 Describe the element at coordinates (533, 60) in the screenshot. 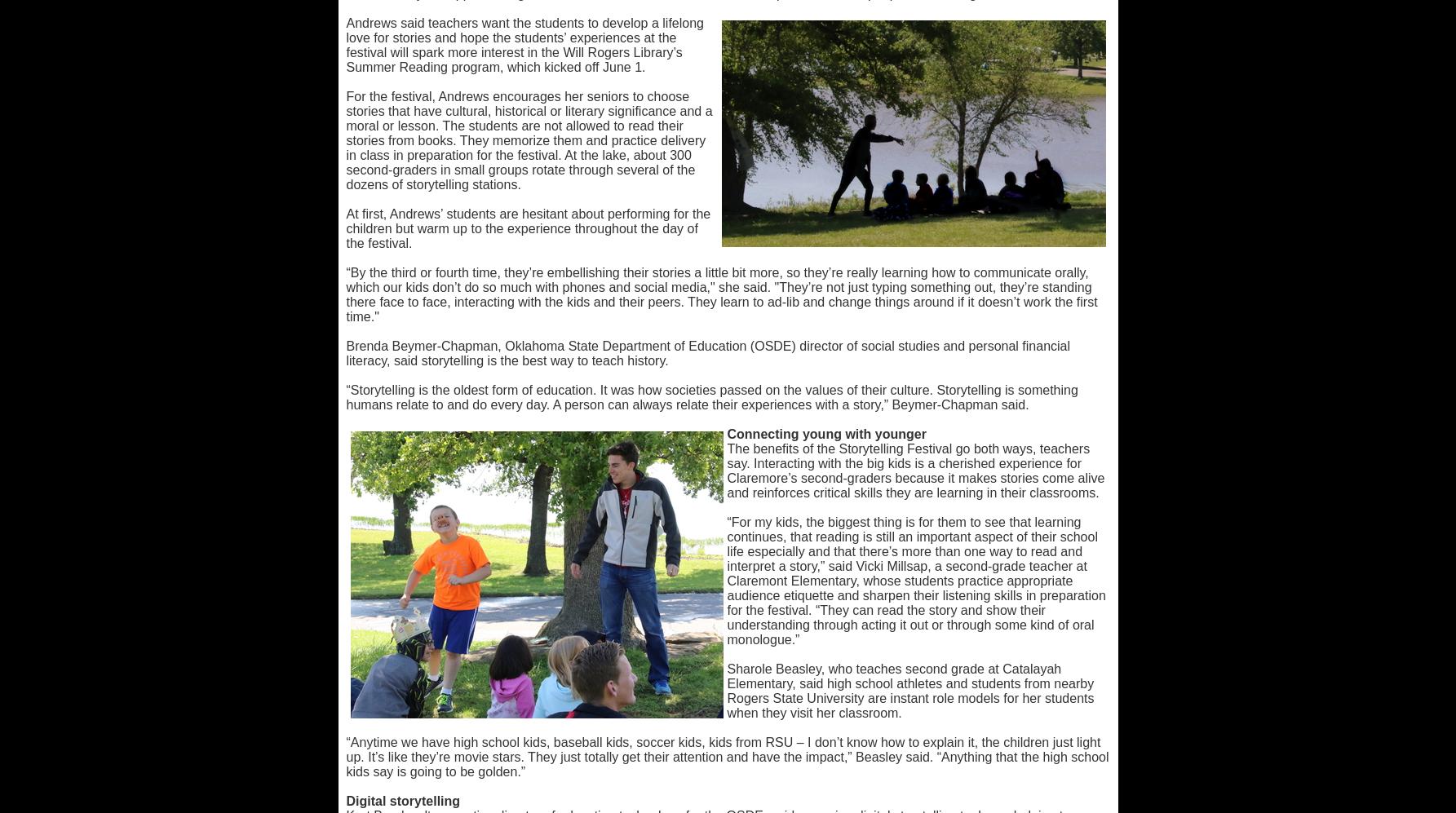

I see `'Teacher of the Year'` at that location.